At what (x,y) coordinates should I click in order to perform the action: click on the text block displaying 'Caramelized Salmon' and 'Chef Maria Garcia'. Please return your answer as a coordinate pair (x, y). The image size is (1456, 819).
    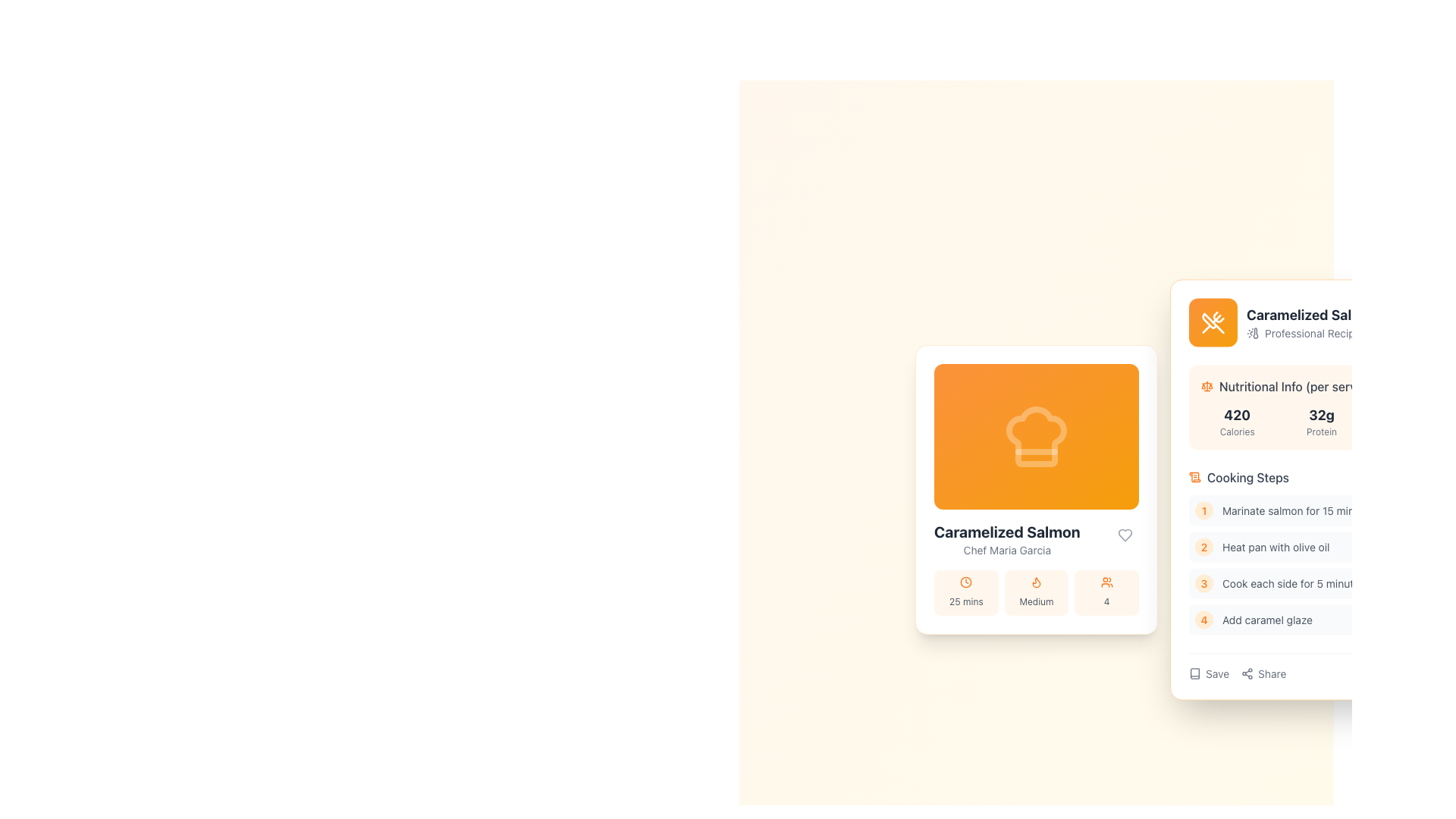
    Looking at the image, I should click on (1007, 539).